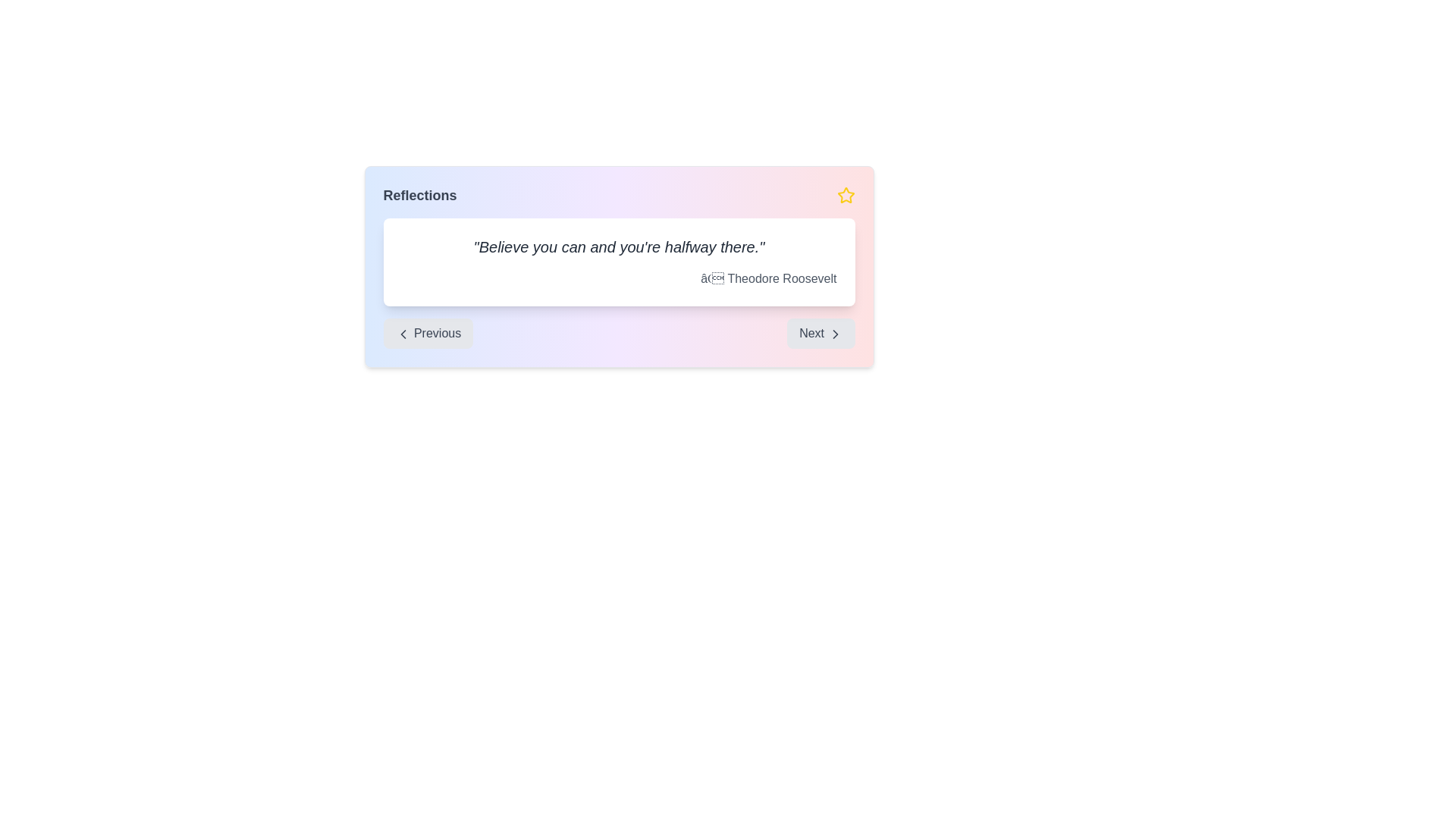 The width and height of the screenshot is (1456, 819). Describe the element at coordinates (834, 333) in the screenshot. I see `the right-pointing chevron or arrow icon located on the right edge of the 'Next' button area` at that location.